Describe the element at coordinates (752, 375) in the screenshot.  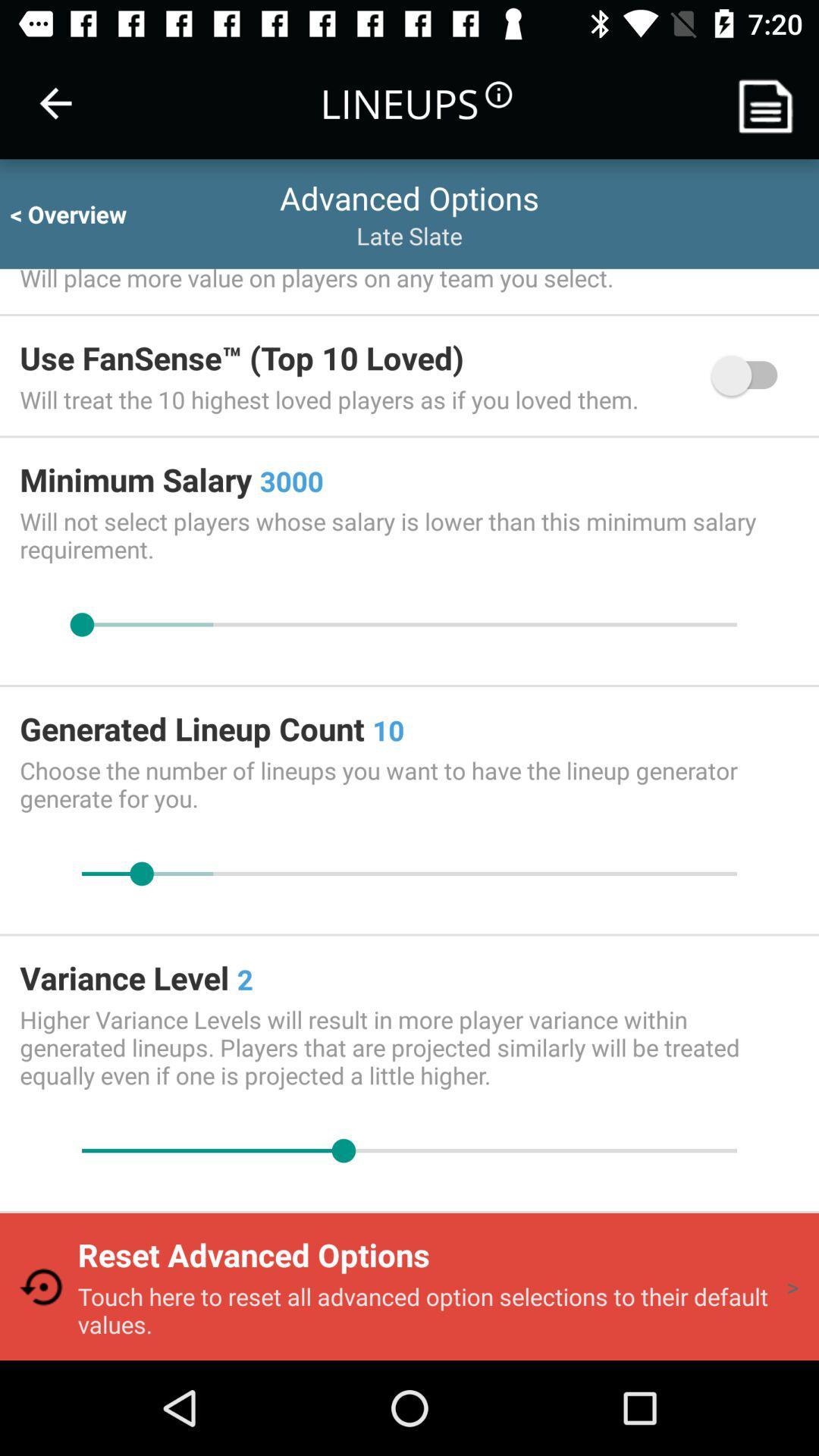
I see `item above will not select` at that location.